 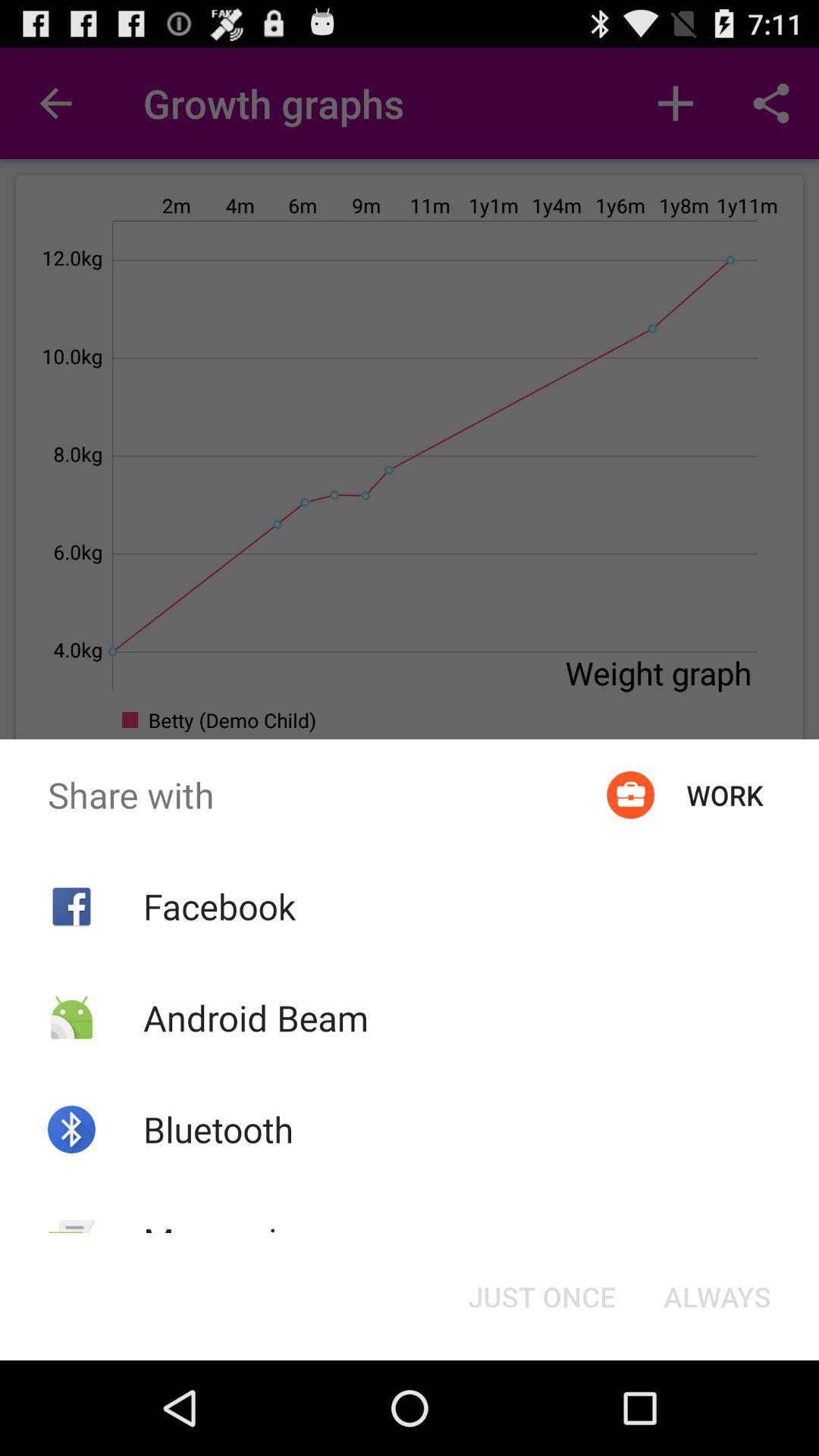 I want to click on item to the left of always icon, so click(x=541, y=1295).